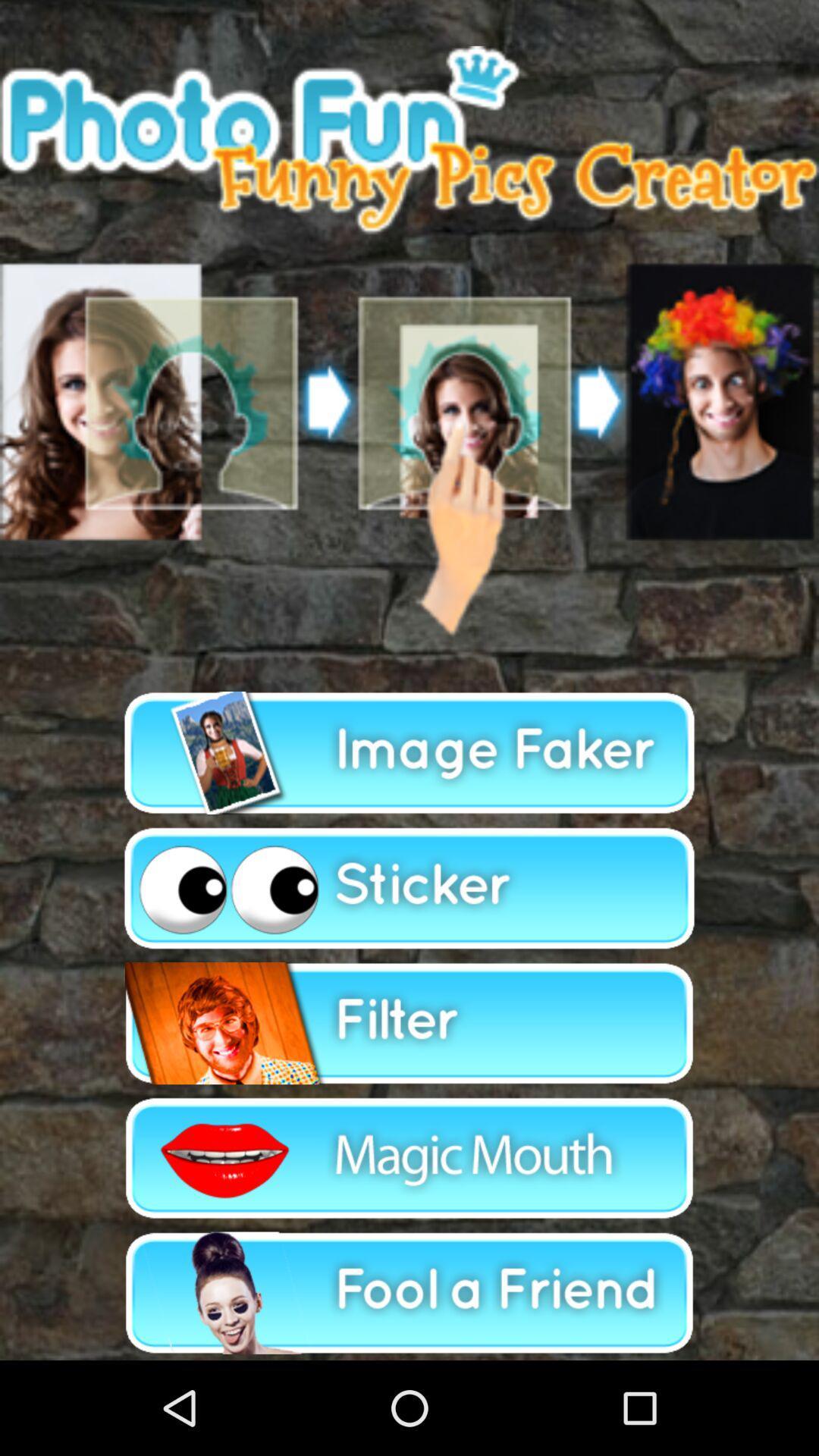 This screenshot has height=1456, width=819. I want to click on open filter, so click(409, 1023).